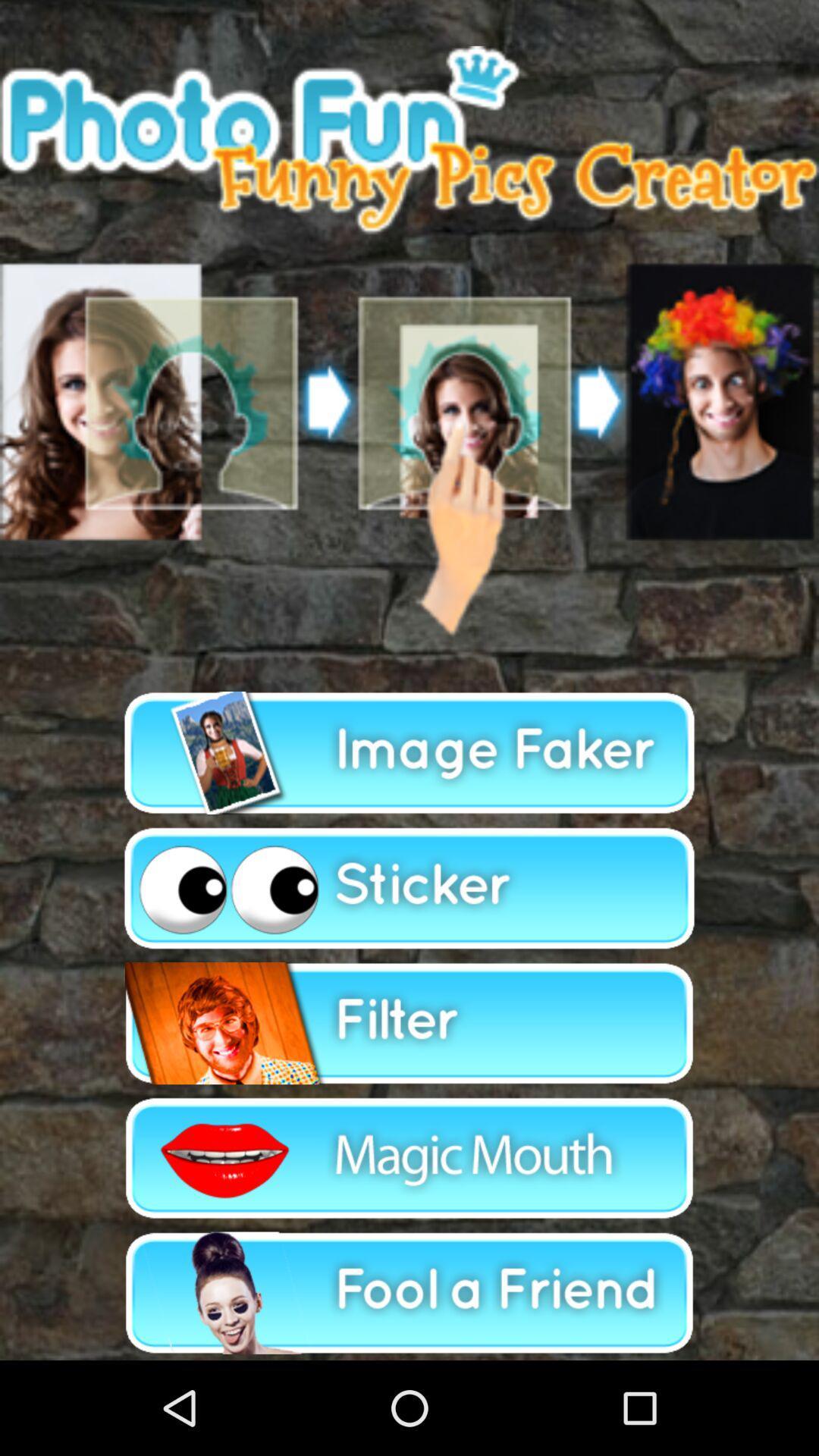 This screenshot has height=1456, width=819. I want to click on open filter, so click(409, 1023).